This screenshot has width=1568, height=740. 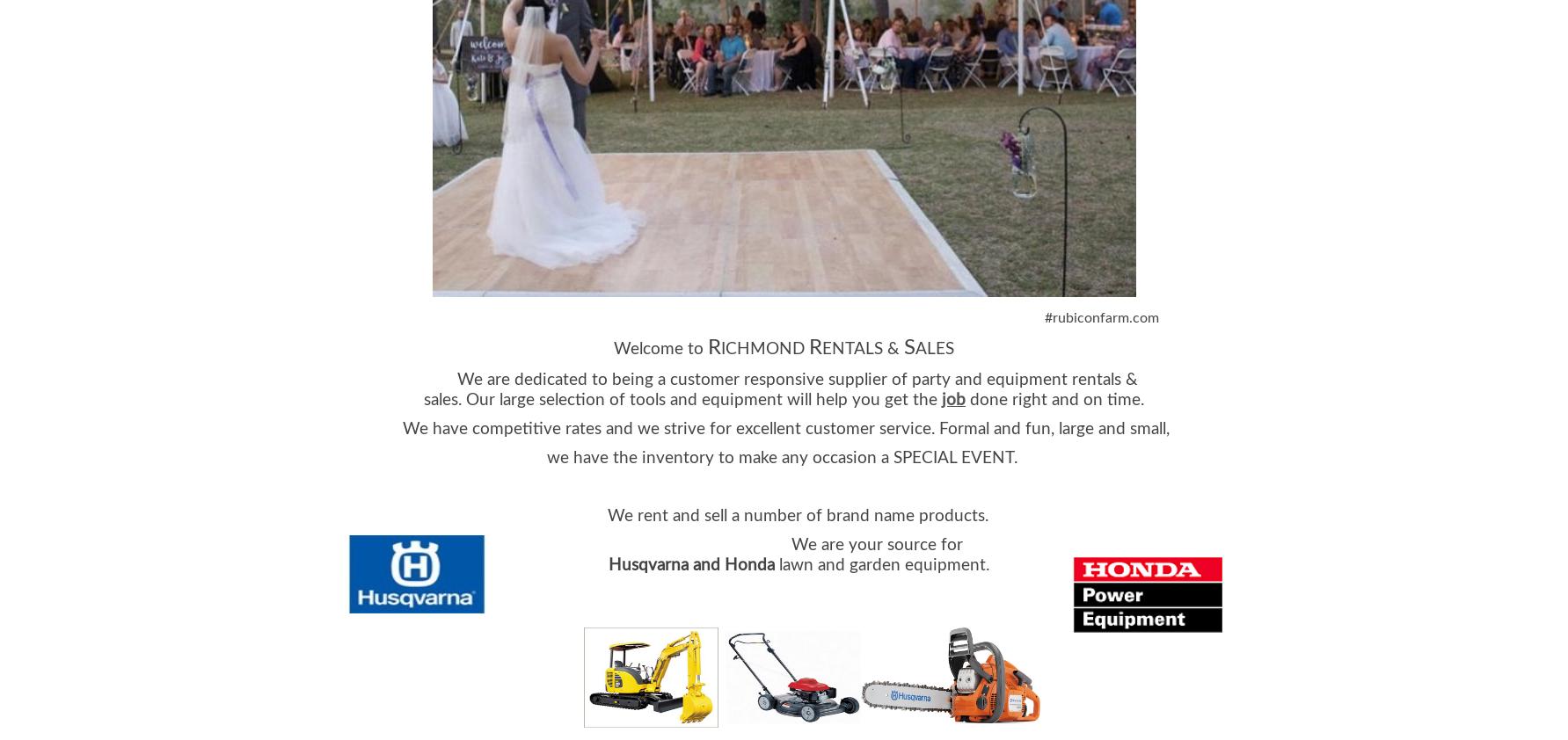 I want to click on 'source for', so click(x=924, y=543).